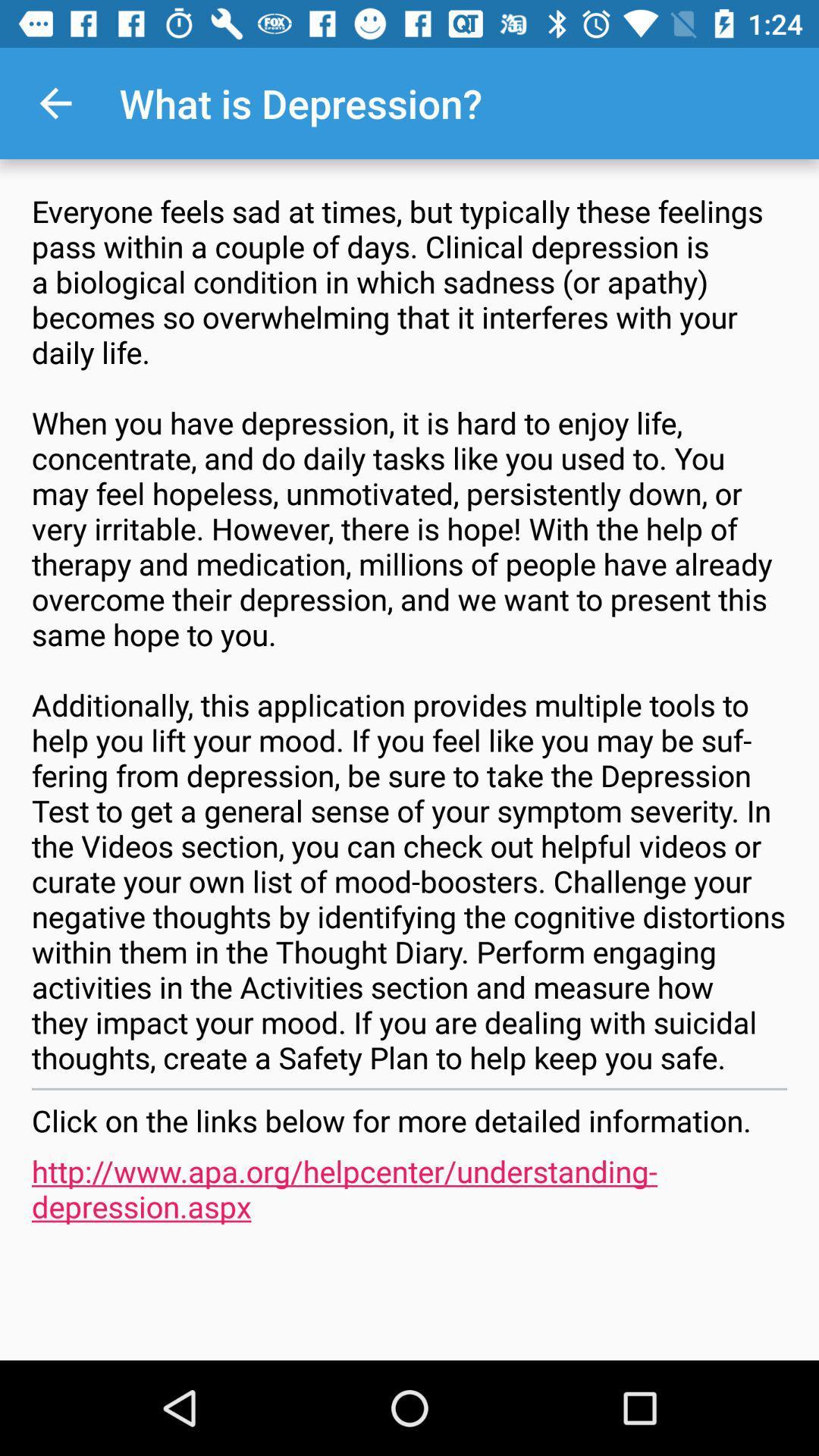  What do you see at coordinates (55, 102) in the screenshot?
I see `item at the top left corner` at bounding box center [55, 102].